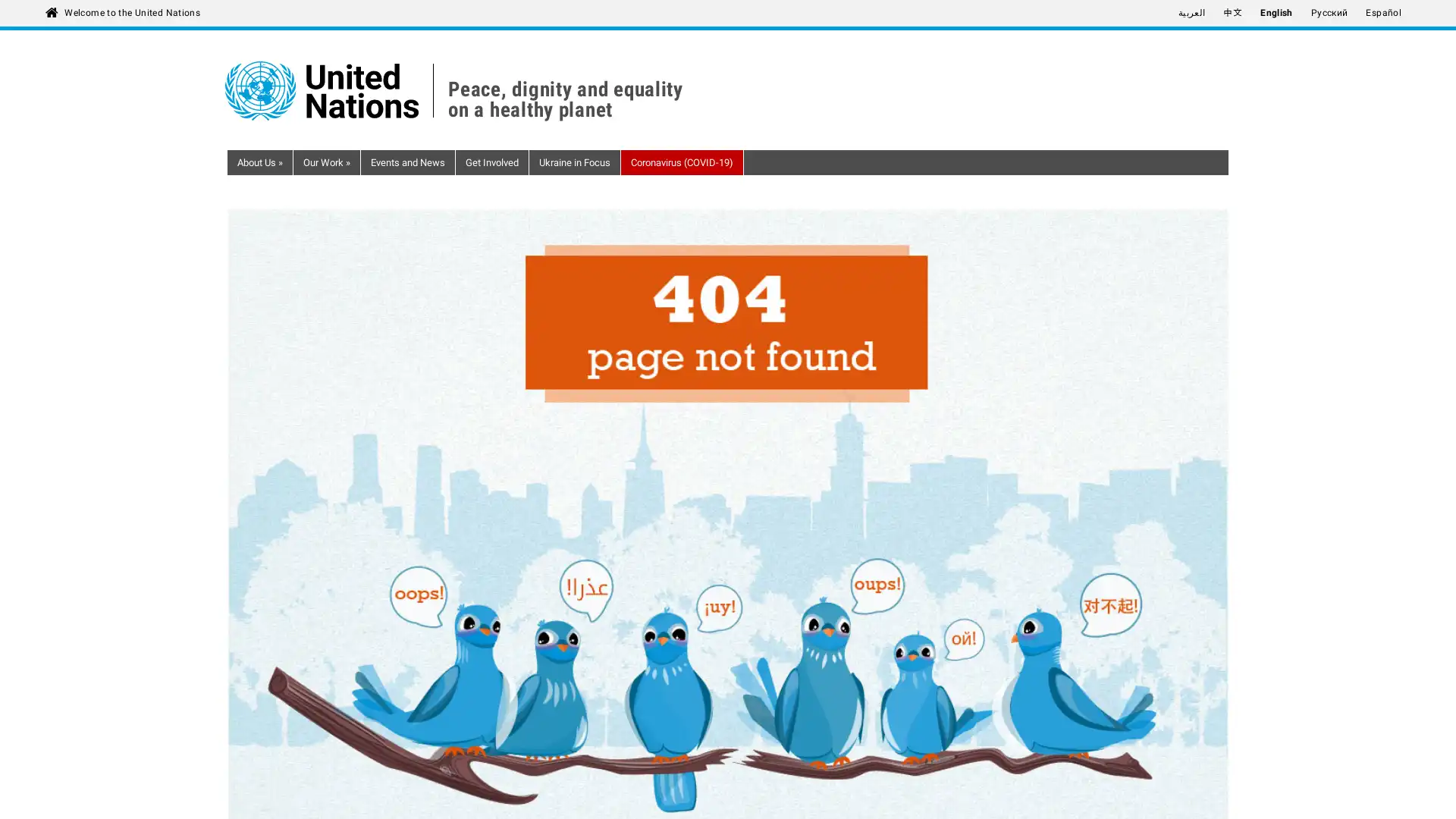 Image resolution: width=1456 pixels, height=819 pixels. What do you see at coordinates (408, 162) in the screenshot?
I see `Events and News` at bounding box center [408, 162].